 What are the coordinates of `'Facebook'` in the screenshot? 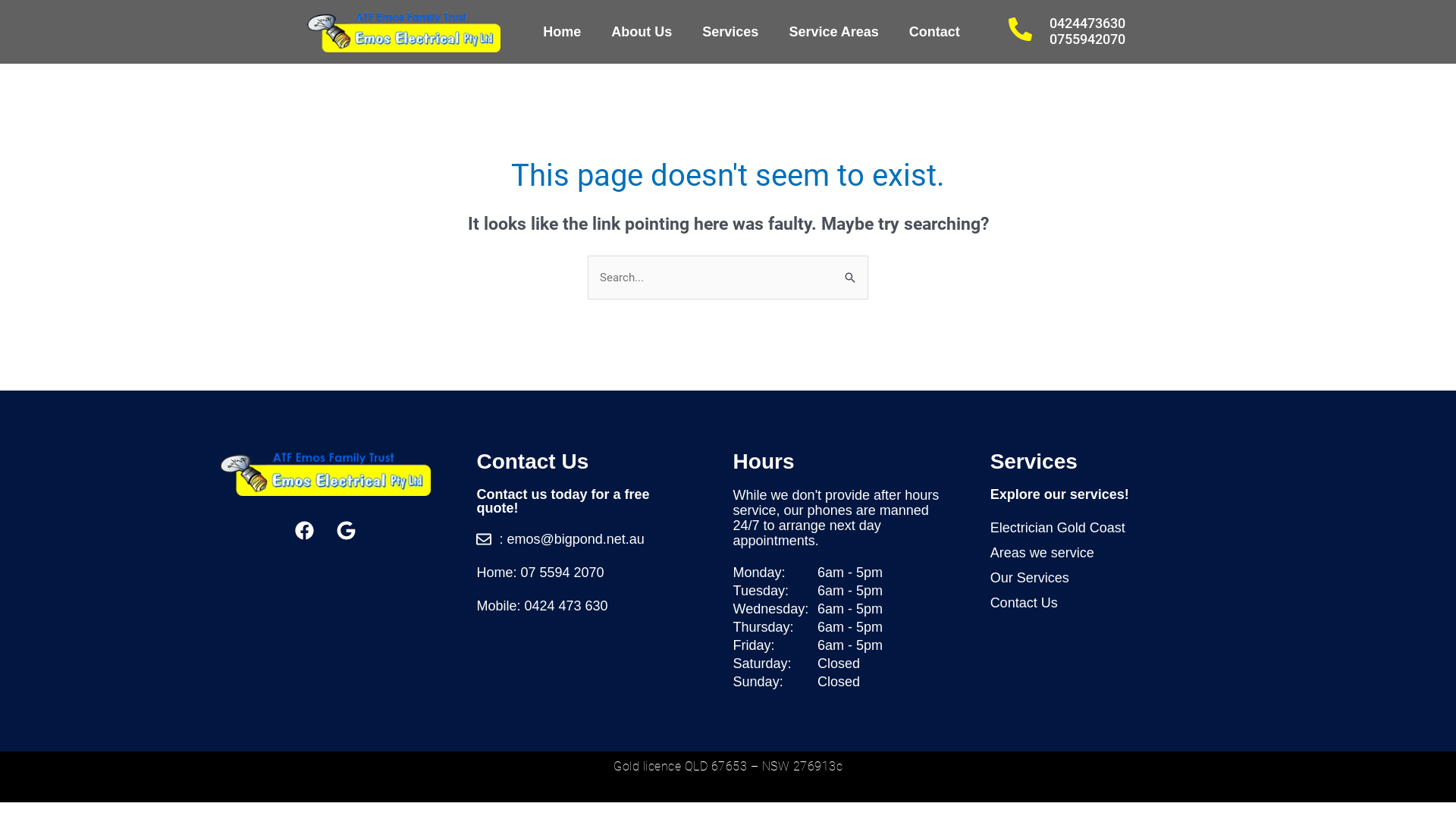 It's located at (304, 529).